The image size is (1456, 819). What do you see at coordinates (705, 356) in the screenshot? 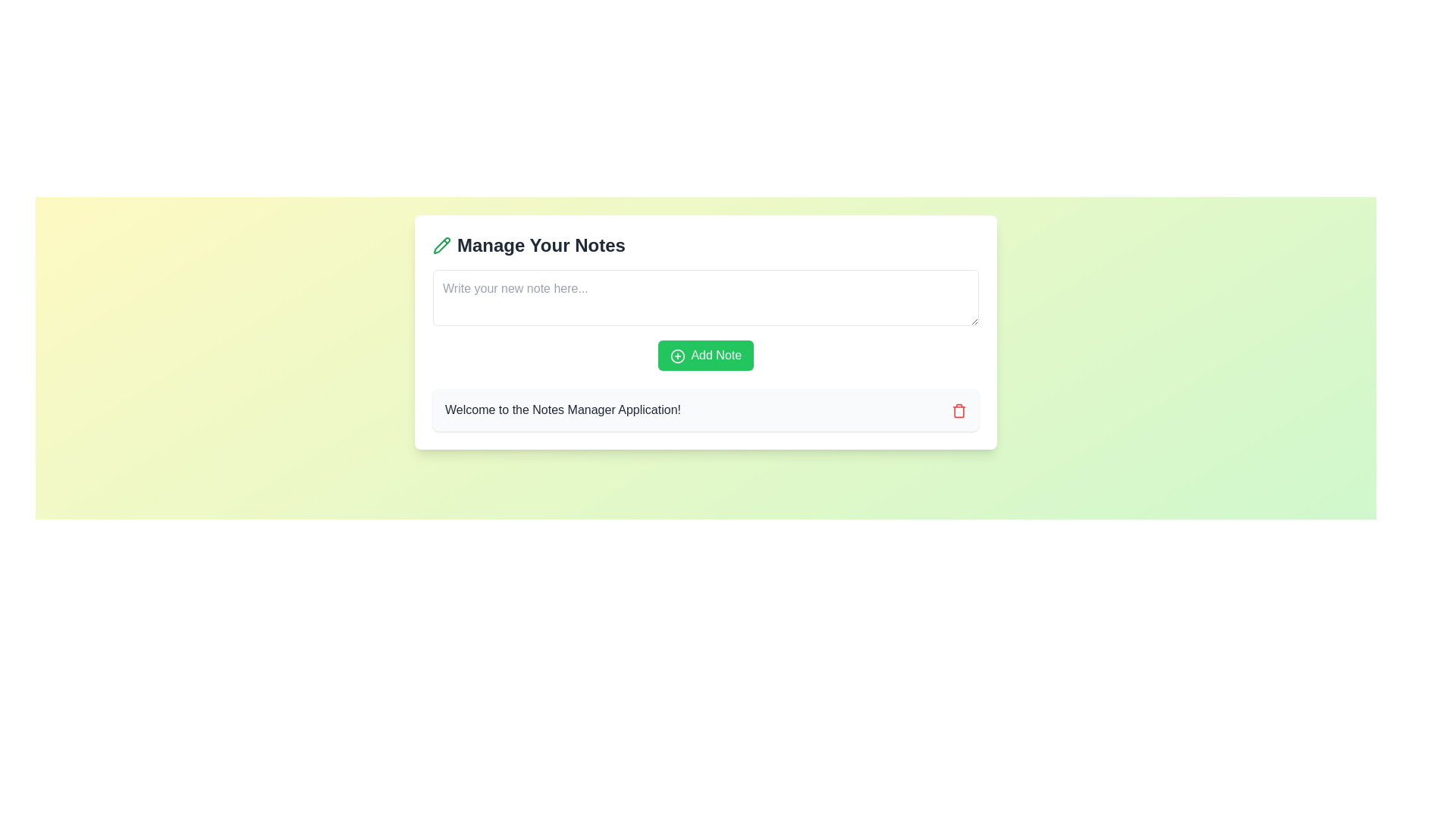
I see `the green 'Add Note' button with a plus-circle icon to the left of the text for visual feedback` at bounding box center [705, 356].